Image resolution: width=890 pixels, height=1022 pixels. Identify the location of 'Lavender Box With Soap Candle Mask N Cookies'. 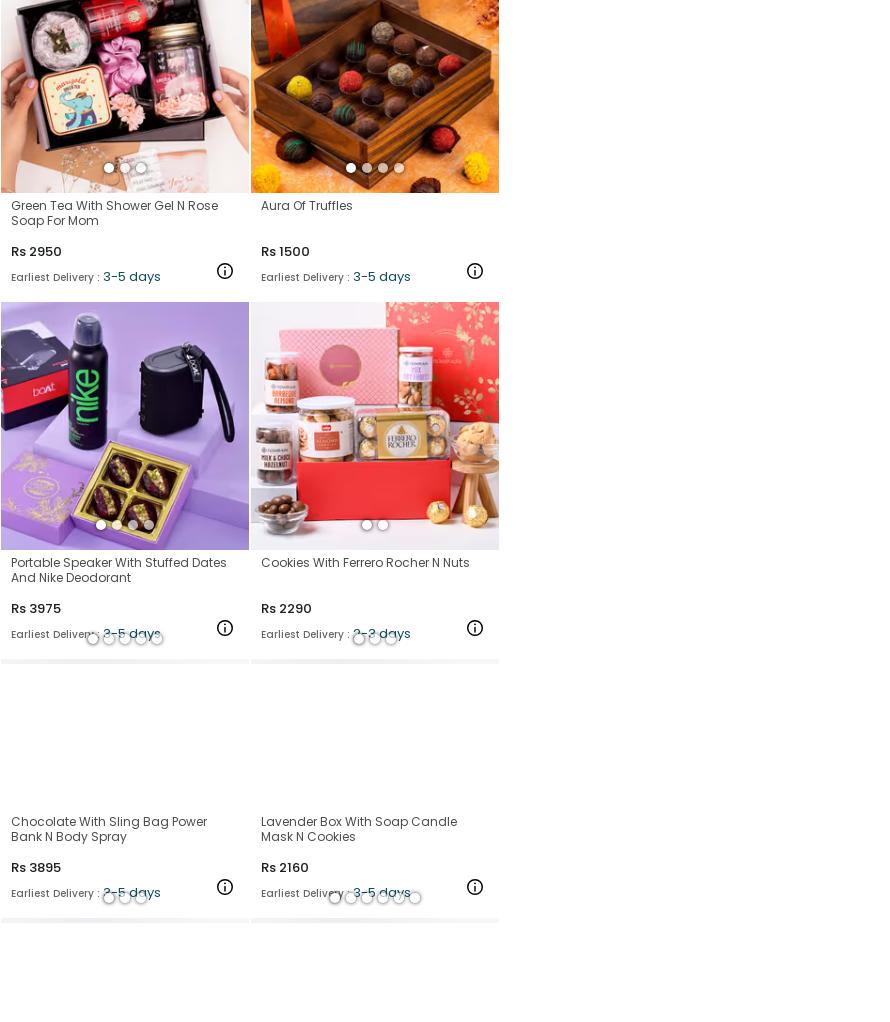
(359, 827).